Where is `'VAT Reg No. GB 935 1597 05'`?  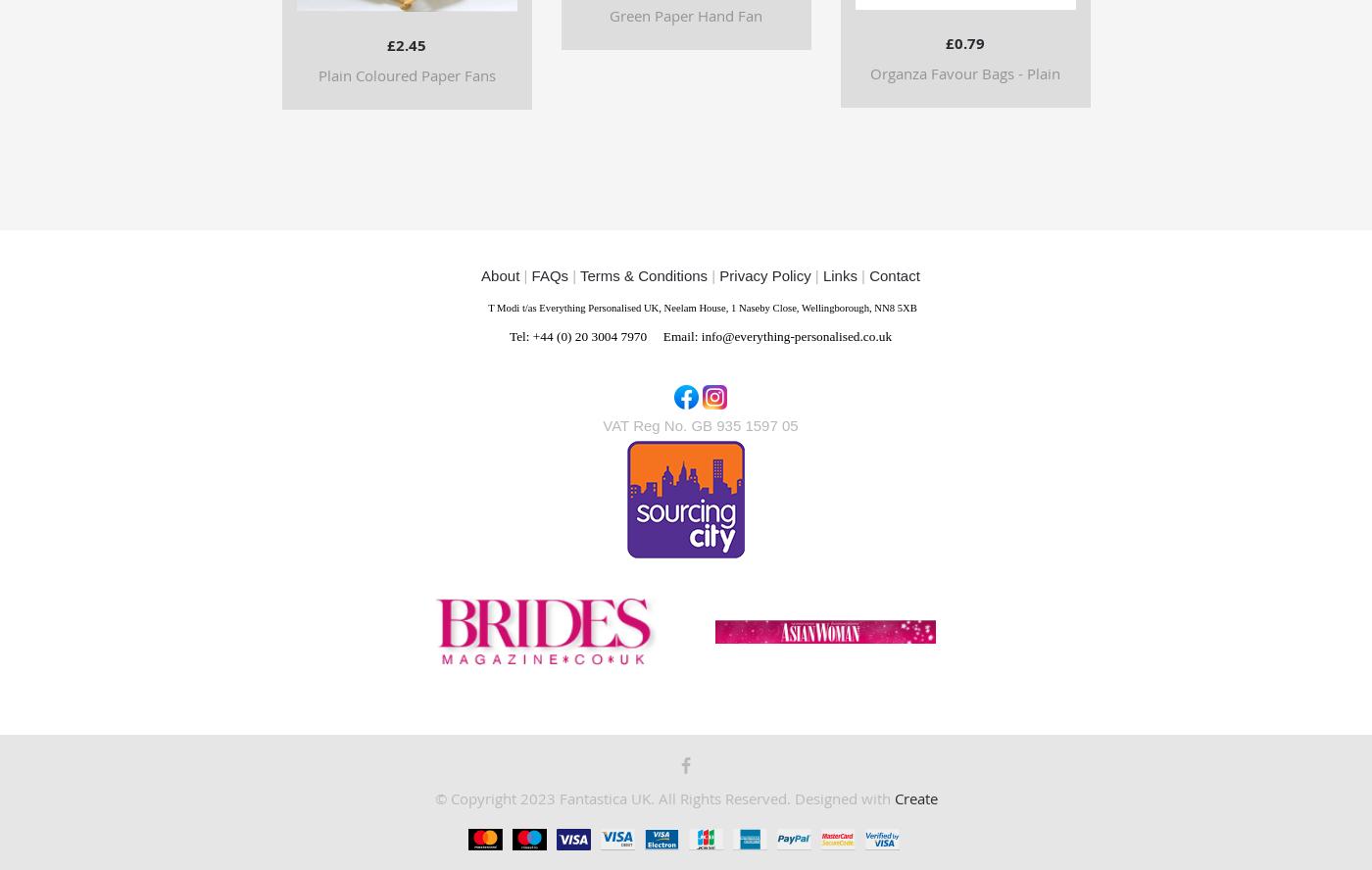 'VAT Reg No. GB 935 1597 05' is located at coordinates (700, 424).